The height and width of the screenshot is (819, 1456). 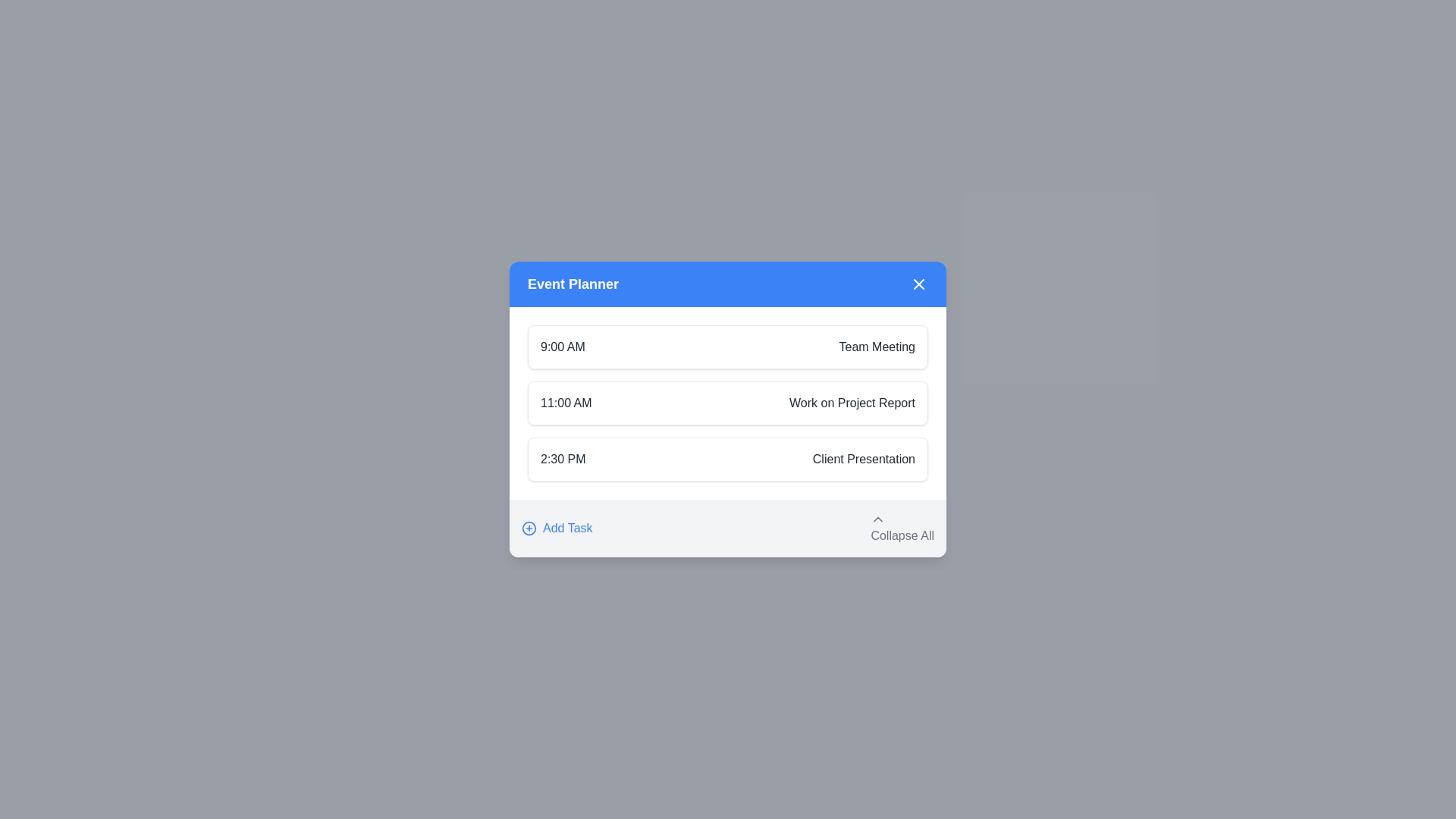 I want to click on the 'Collapse All' button to collapse all tasks in the Event Planner dialog, so click(x=902, y=528).